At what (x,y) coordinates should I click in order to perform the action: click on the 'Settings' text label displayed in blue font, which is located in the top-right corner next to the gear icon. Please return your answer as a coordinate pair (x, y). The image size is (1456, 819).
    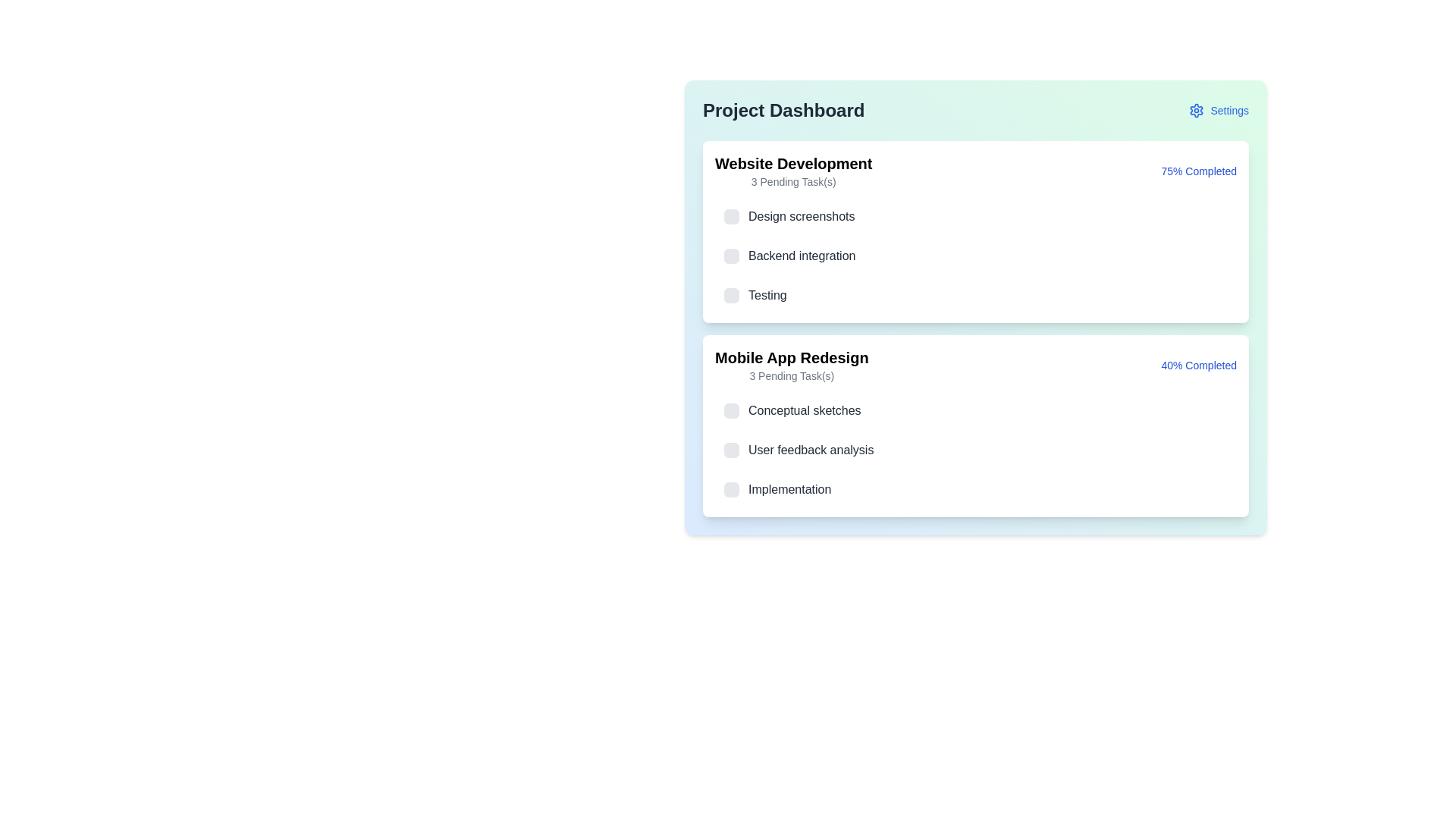
    Looking at the image, I should click on (1229, 110).